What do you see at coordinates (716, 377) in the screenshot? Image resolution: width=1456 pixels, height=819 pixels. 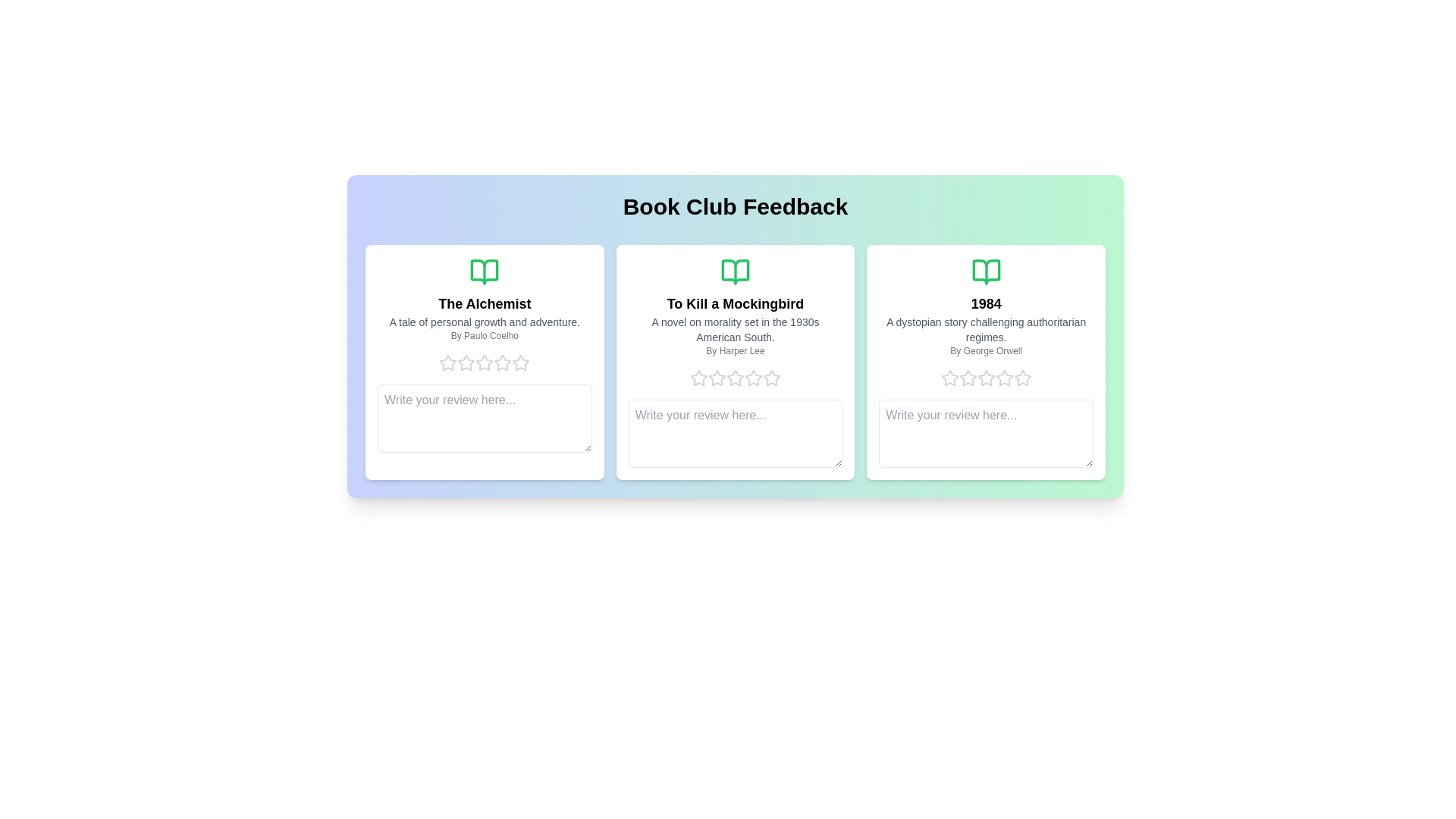 I see `the third star icon in the horizontal rating system under the 'Book Club Feedback' section for the book 'To Kill a Mockingbird'` at bounding box center [716, 377].